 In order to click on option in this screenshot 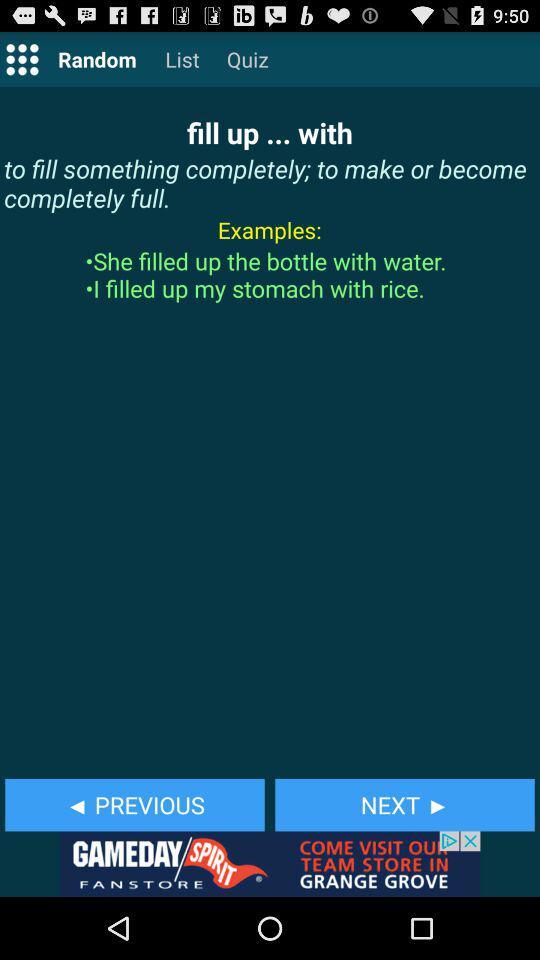, I will do `click(21, 58)`.